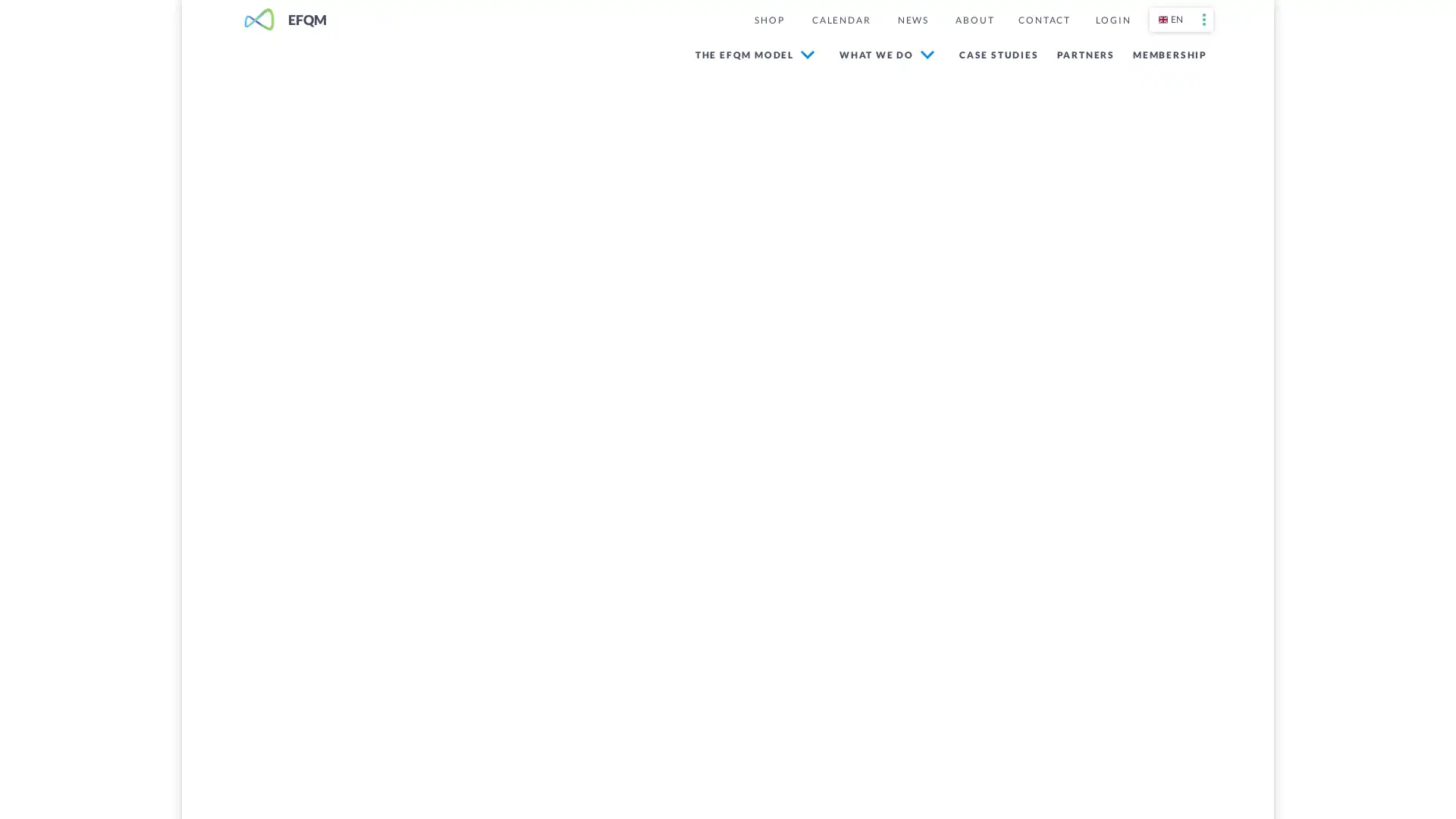 The image size is (1456, 819). I want to click on LOGIN, so click(1113, 20).